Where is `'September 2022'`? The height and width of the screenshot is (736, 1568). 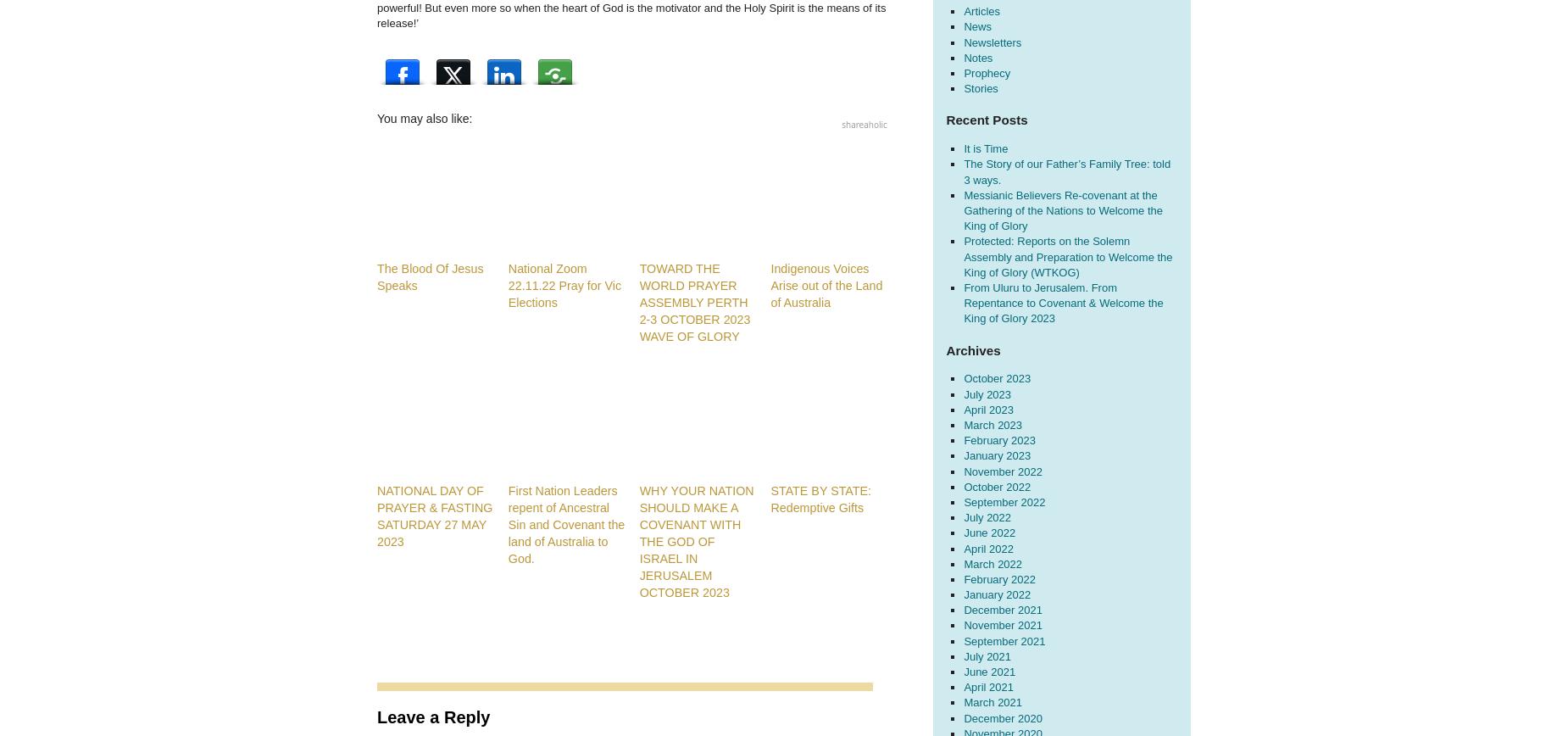 'September 2022' is located at coordinates (1003, 501).